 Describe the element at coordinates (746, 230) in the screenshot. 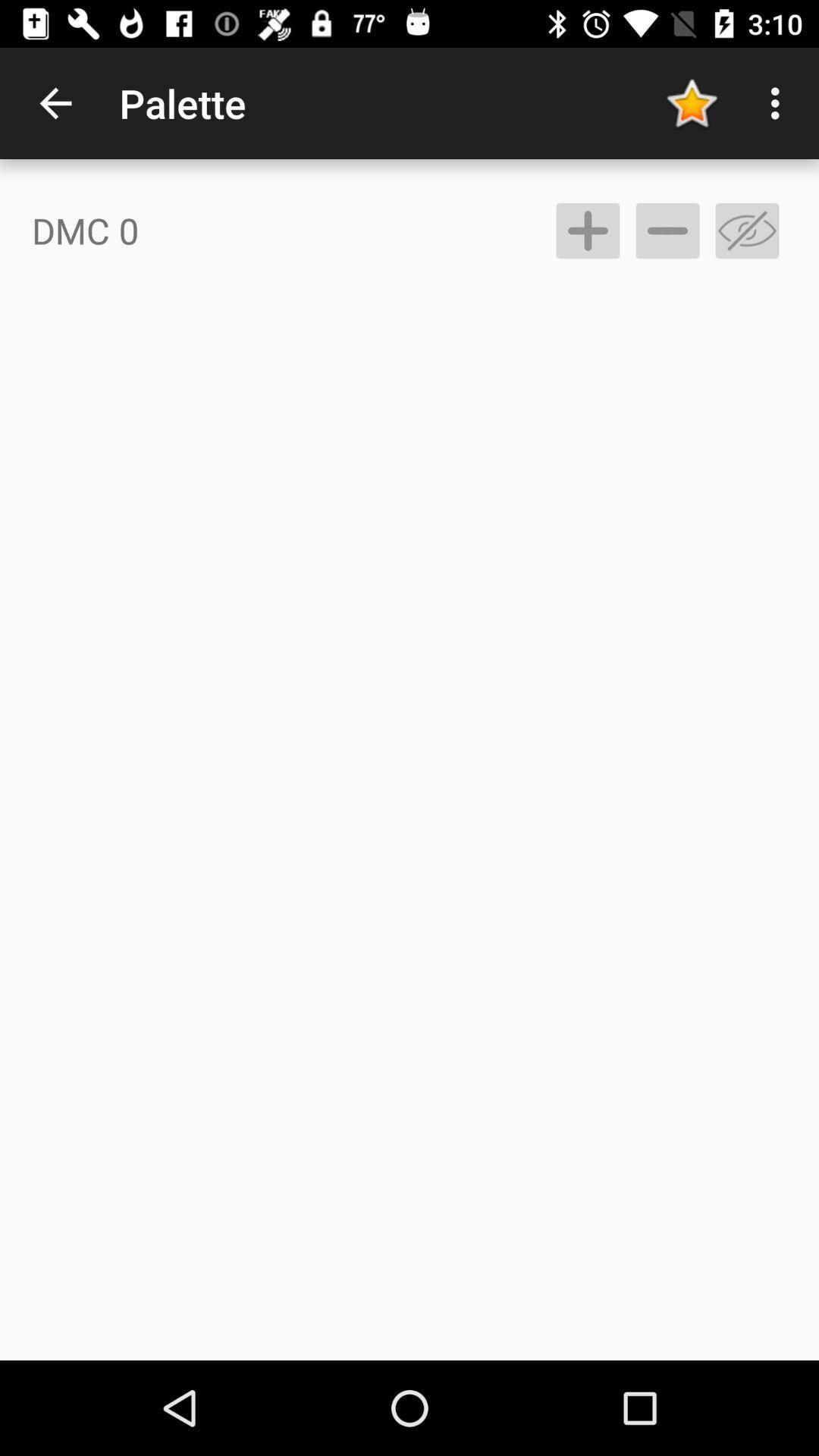

I see `remove icon box` at that location.